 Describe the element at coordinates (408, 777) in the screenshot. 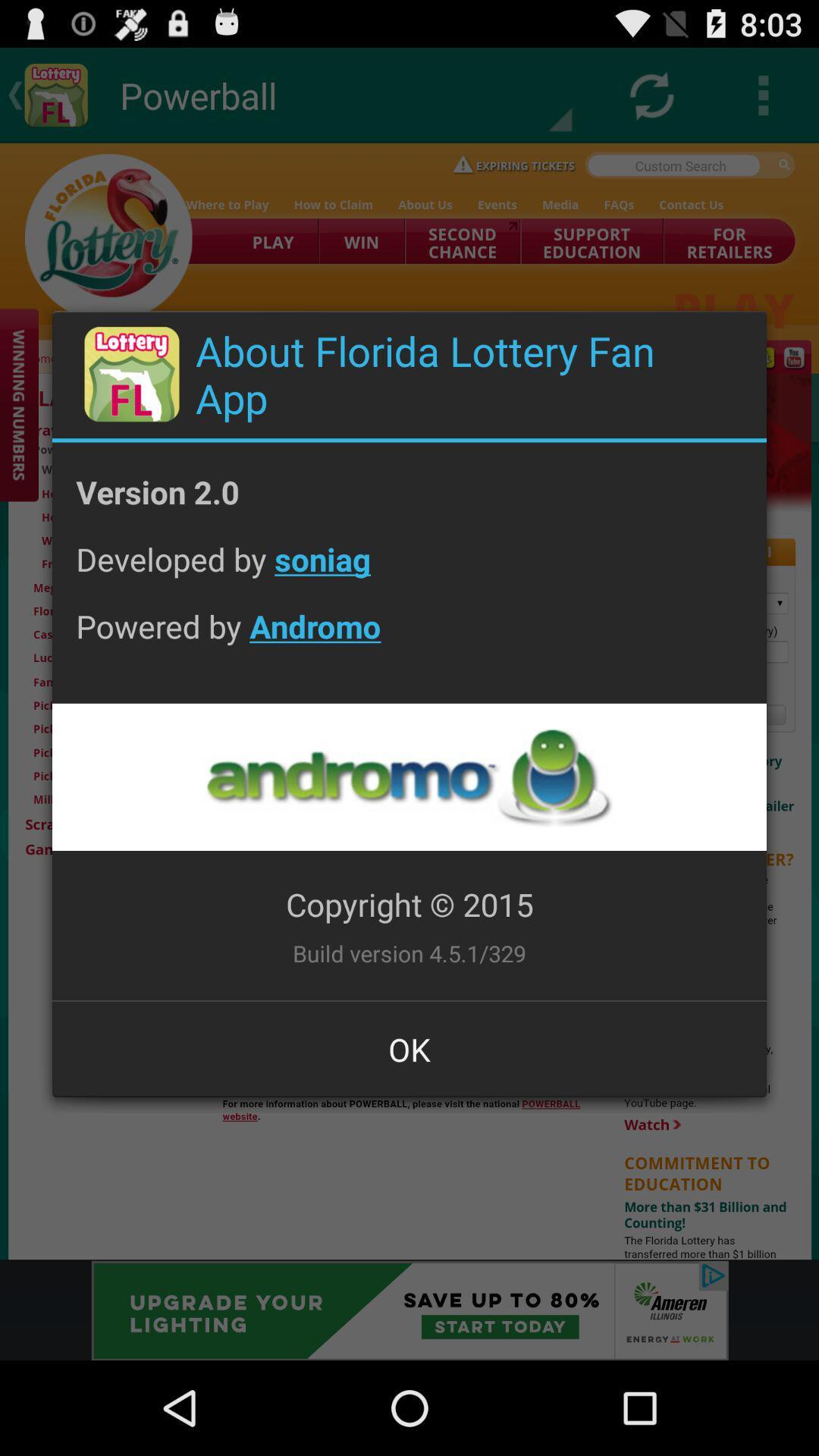

I see `click for website` at that location.